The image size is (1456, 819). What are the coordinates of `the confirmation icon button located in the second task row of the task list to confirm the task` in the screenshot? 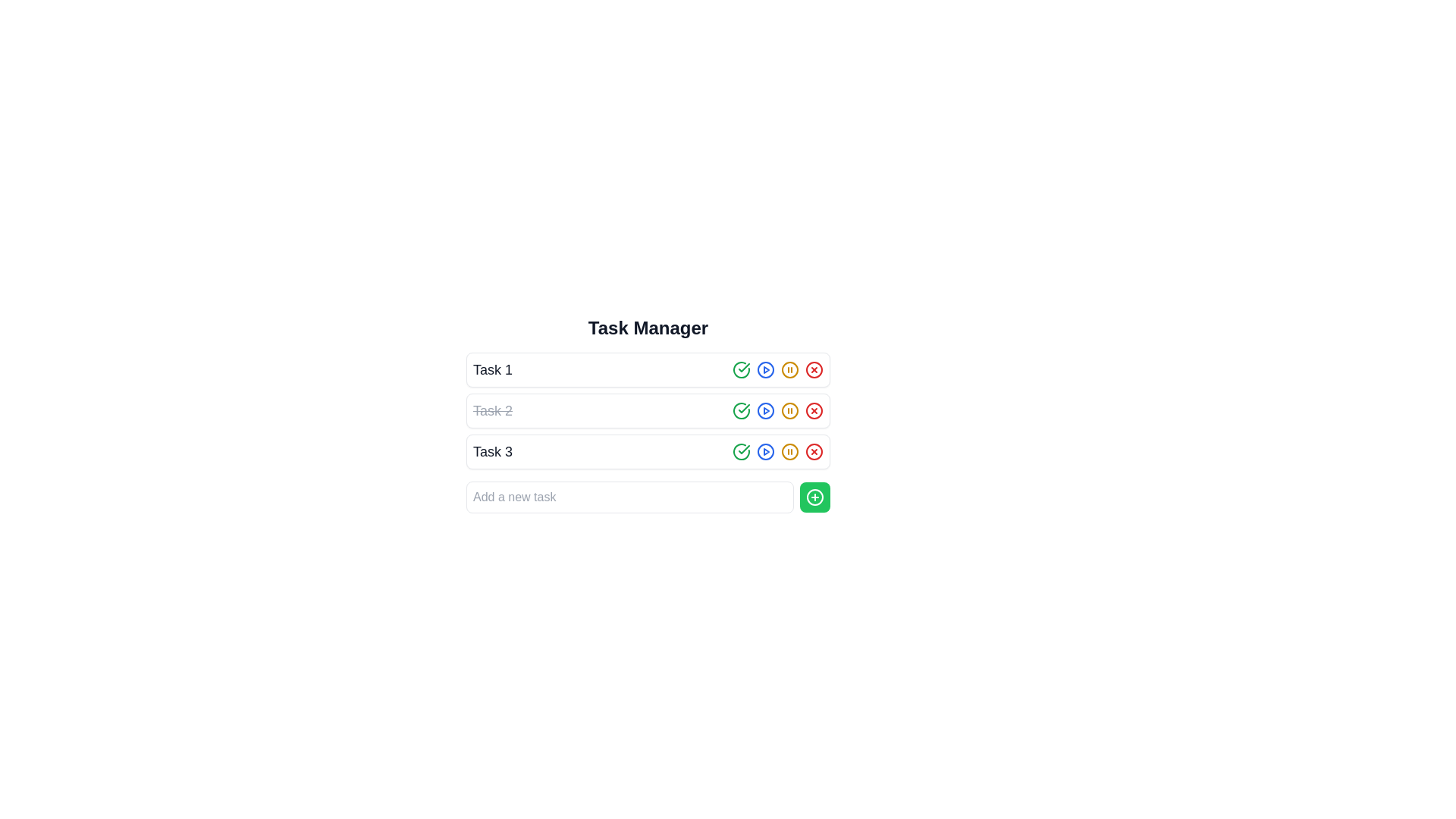 It's located at (744, 368).